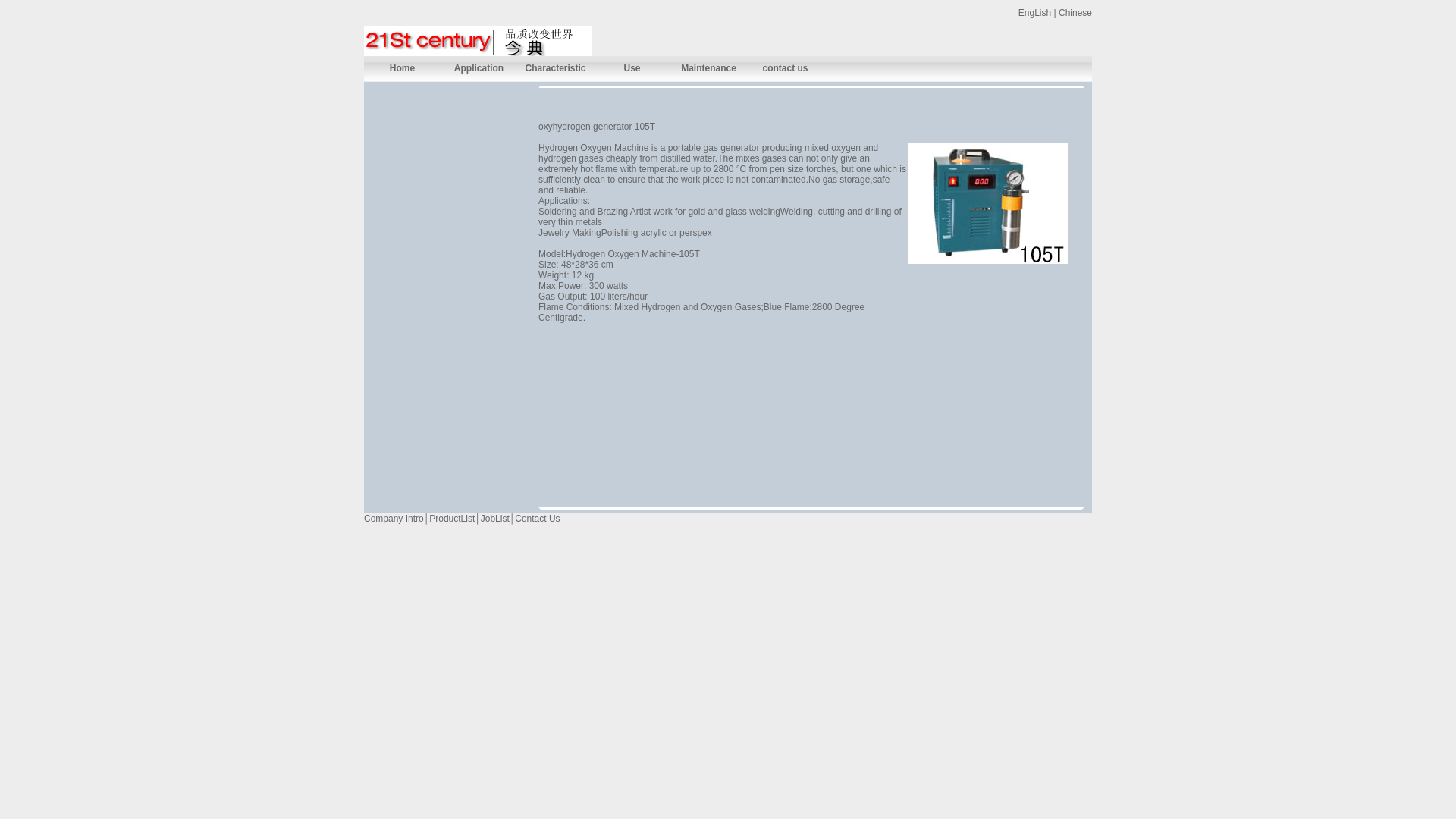 The height and width of the screenshot is (819, 1456). What do you see at coordinates (1074, 12) in the screenshot?
I see `'Chinese'` at bounding box center [1074, 12].